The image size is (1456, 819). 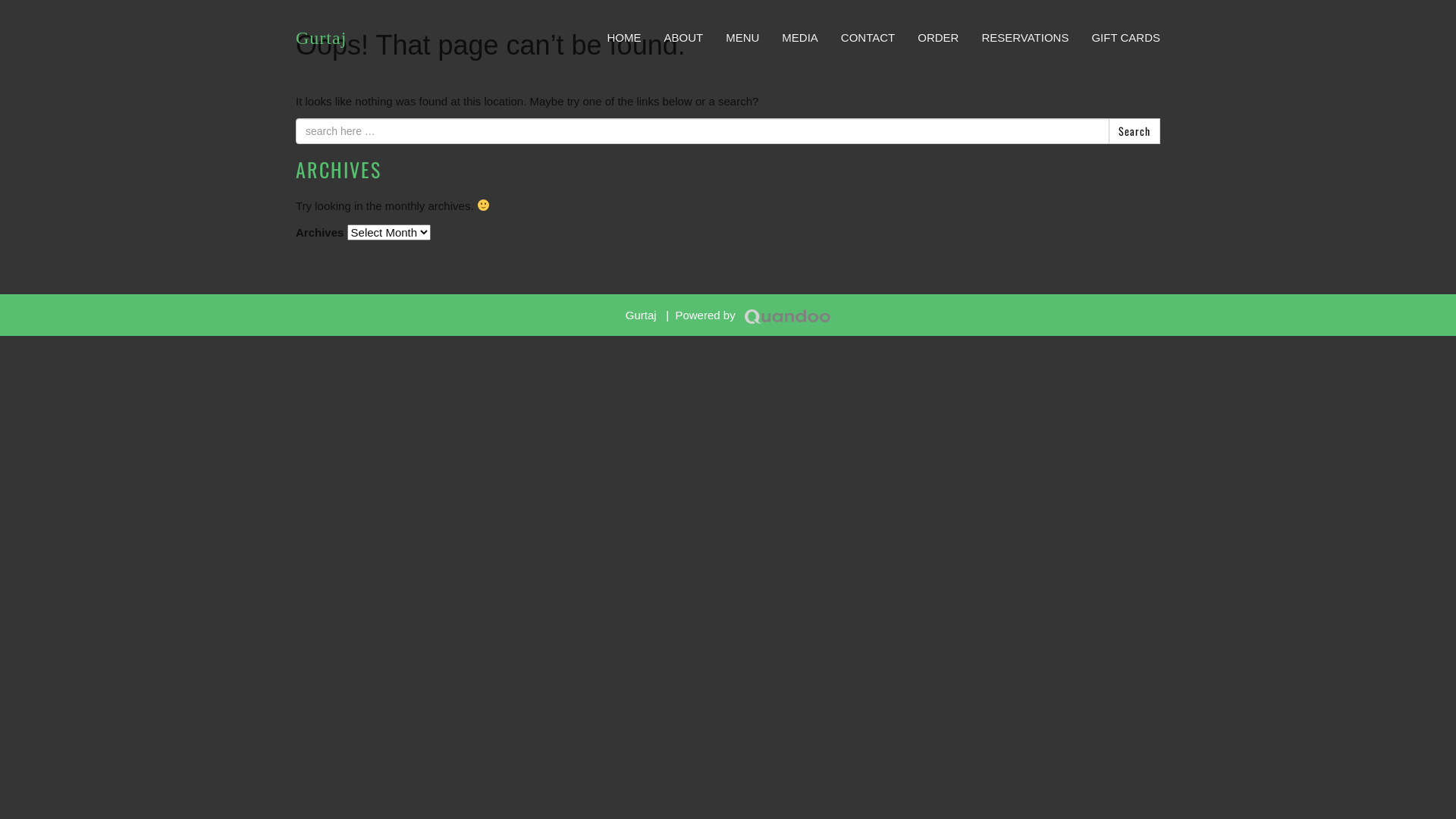 I want to click on 'CONTACT', so click(x=868, y=37).